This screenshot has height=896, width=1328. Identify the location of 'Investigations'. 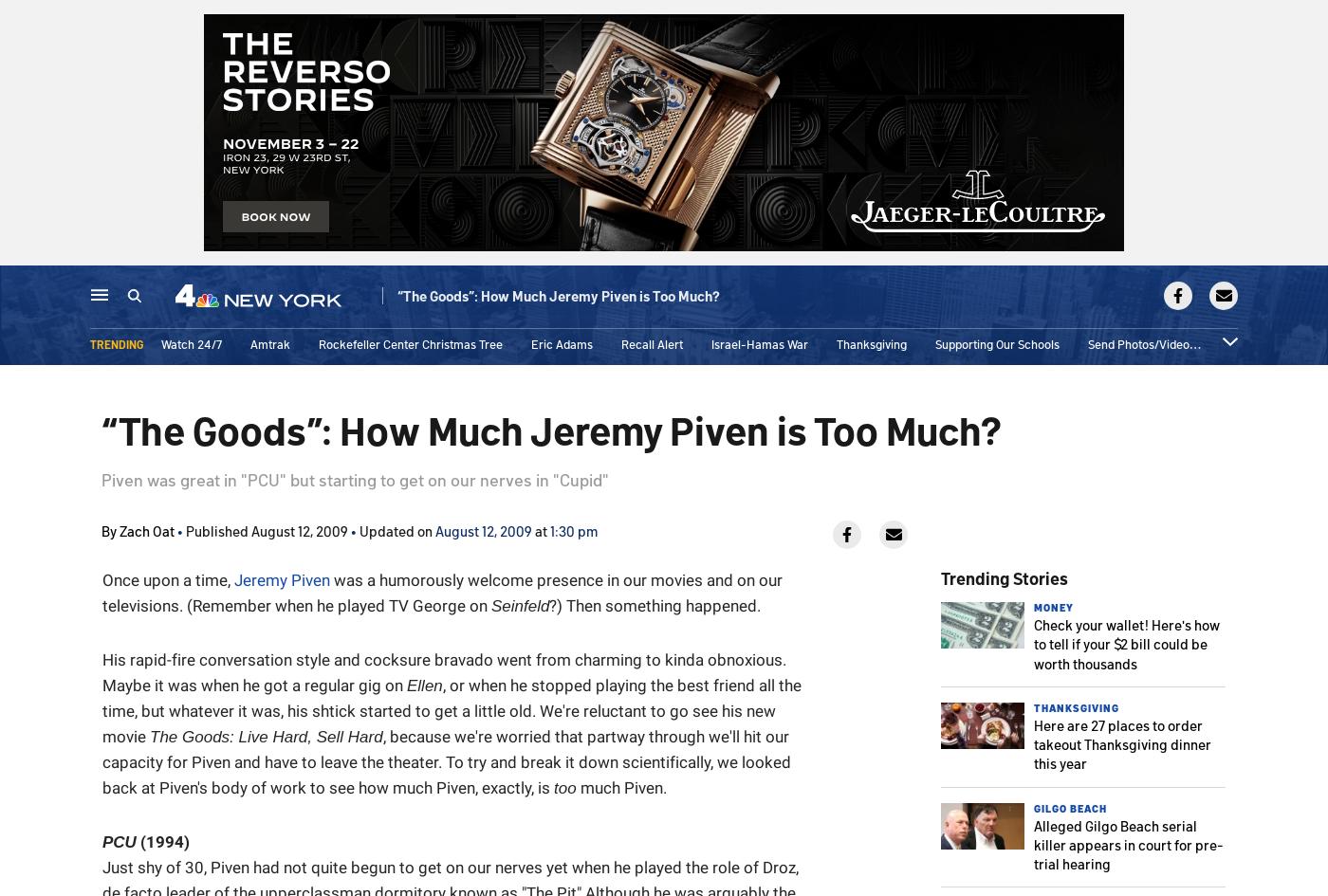
(529, 298).